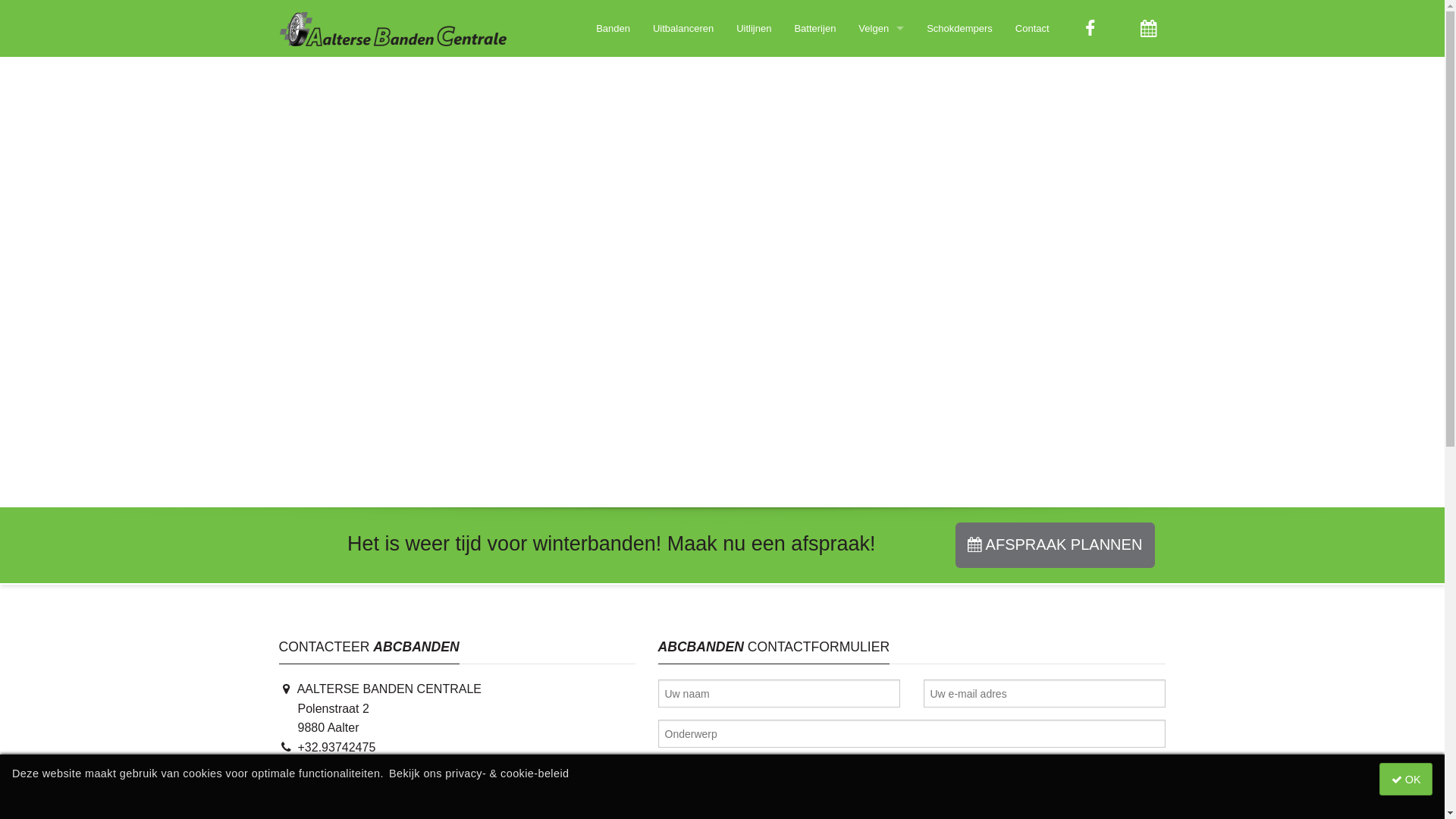 Image resolution: width=1456 pixels, height=819 pixels. I want to click on 'Contact', so click(1031, 28).